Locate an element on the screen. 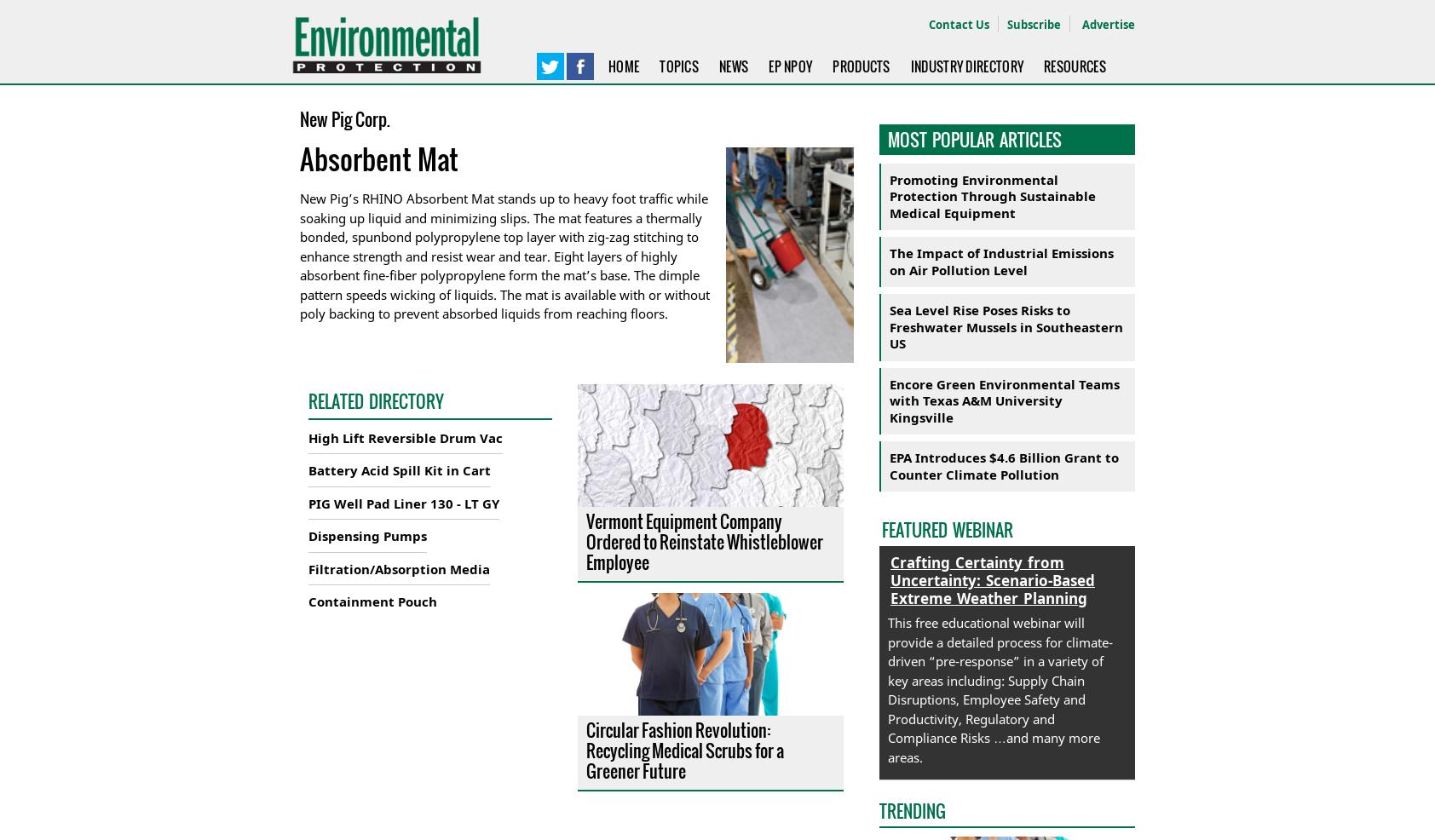 Image resolution: width=1435 pixels, height=840 pixels. 'Featured Webinar' is located at coordinates (947, 529).